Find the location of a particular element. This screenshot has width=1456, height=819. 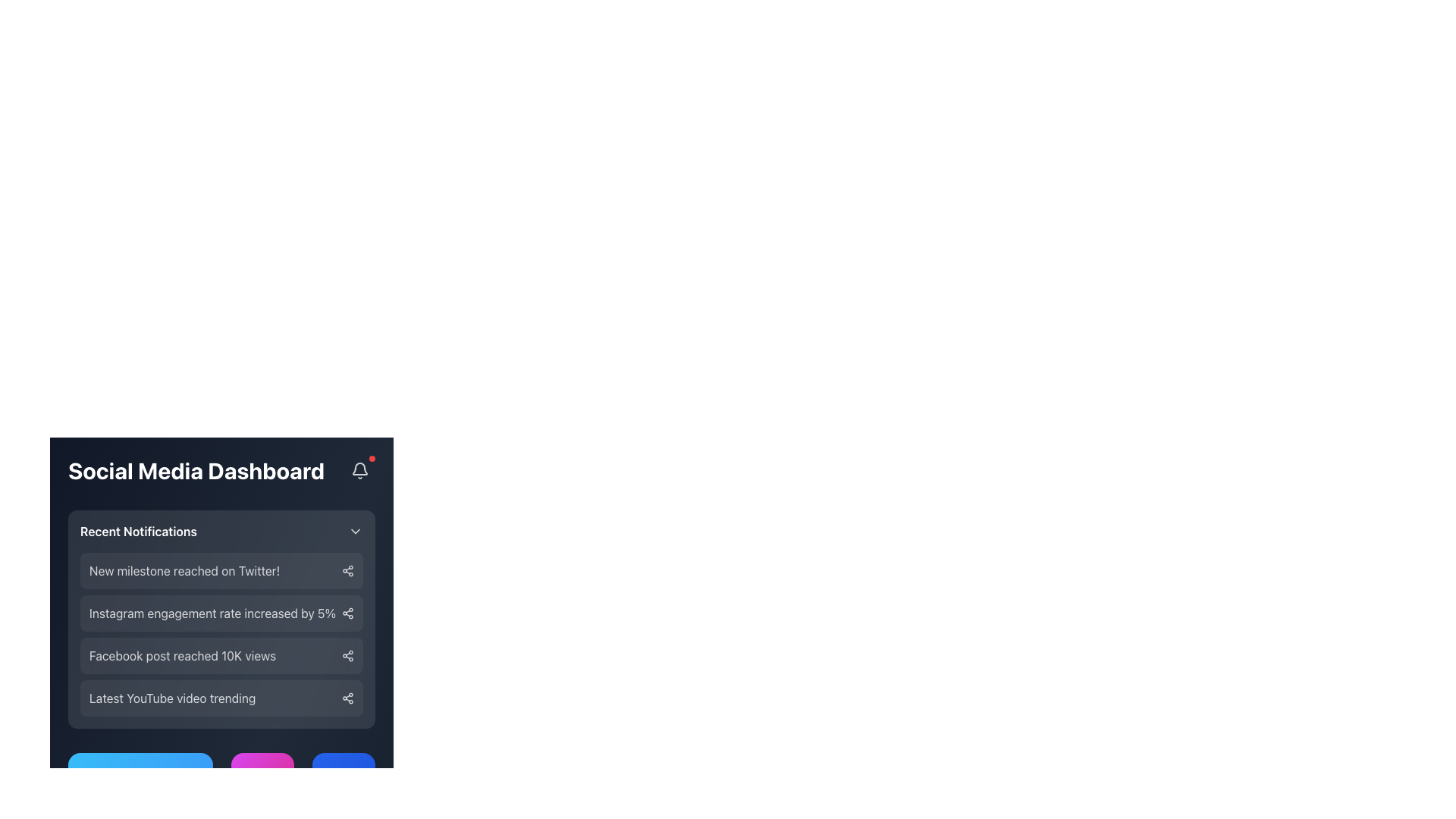

the notification item that informs users about a 5% increase in Instagram engagement rate, which is the second item in the vertically arranged notification list under the 'Recent Notifications' header is located at coordinates (221, 613).